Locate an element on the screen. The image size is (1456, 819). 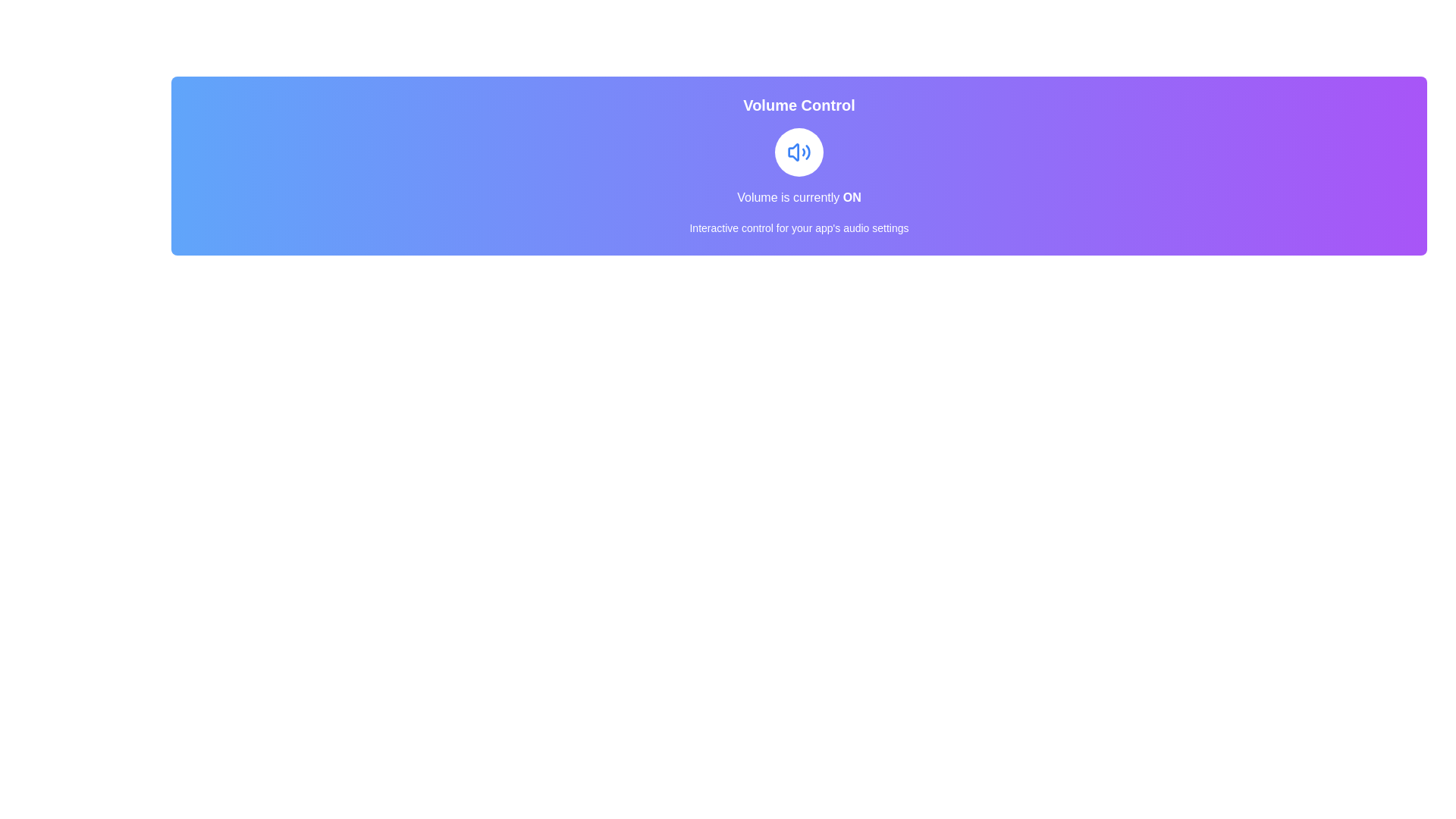
the button to toggle the volume state is located at coordinates (799, 152).